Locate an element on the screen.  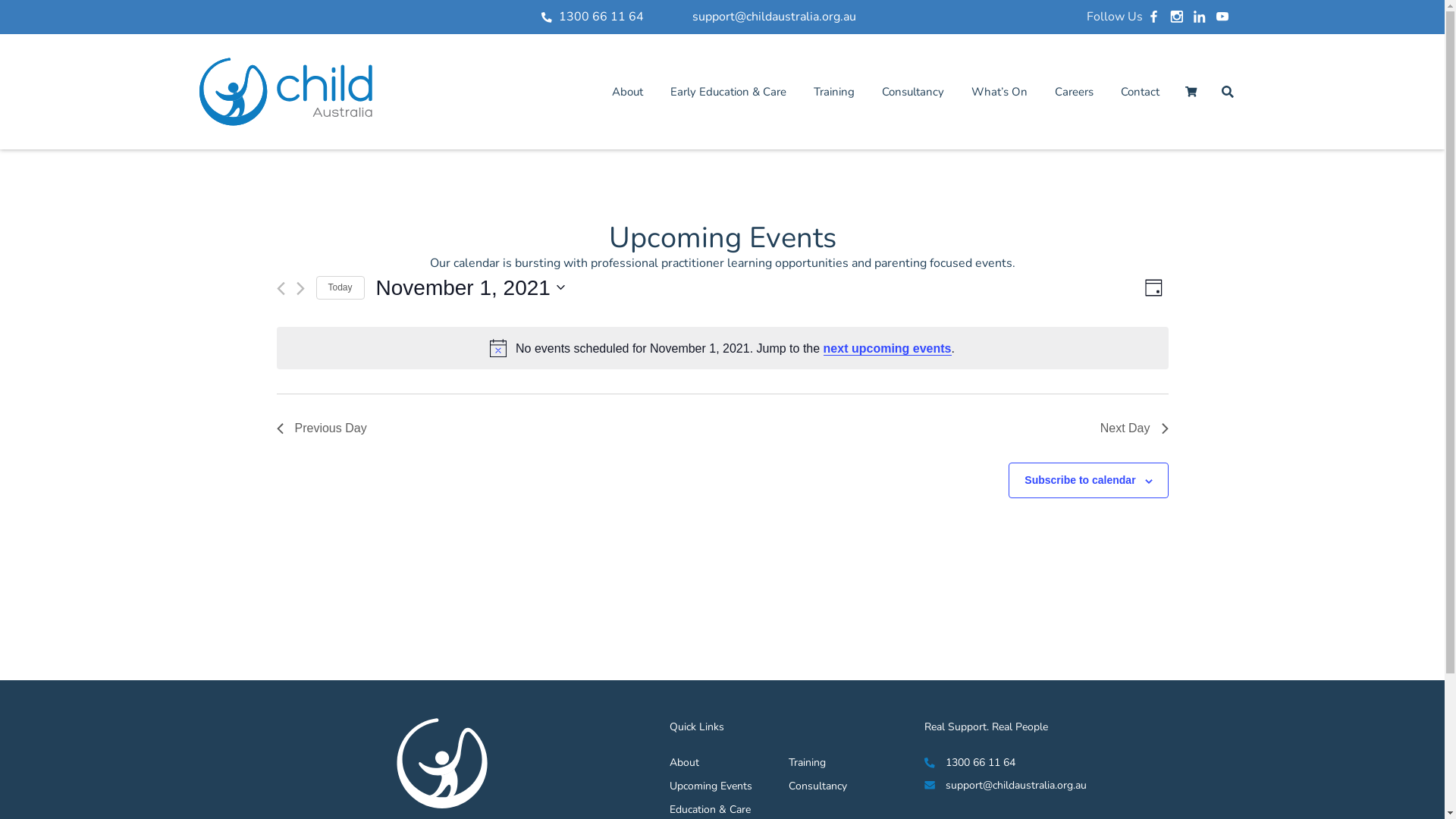
'Subscribe to calendar' is located at coordinates (1079, 479).